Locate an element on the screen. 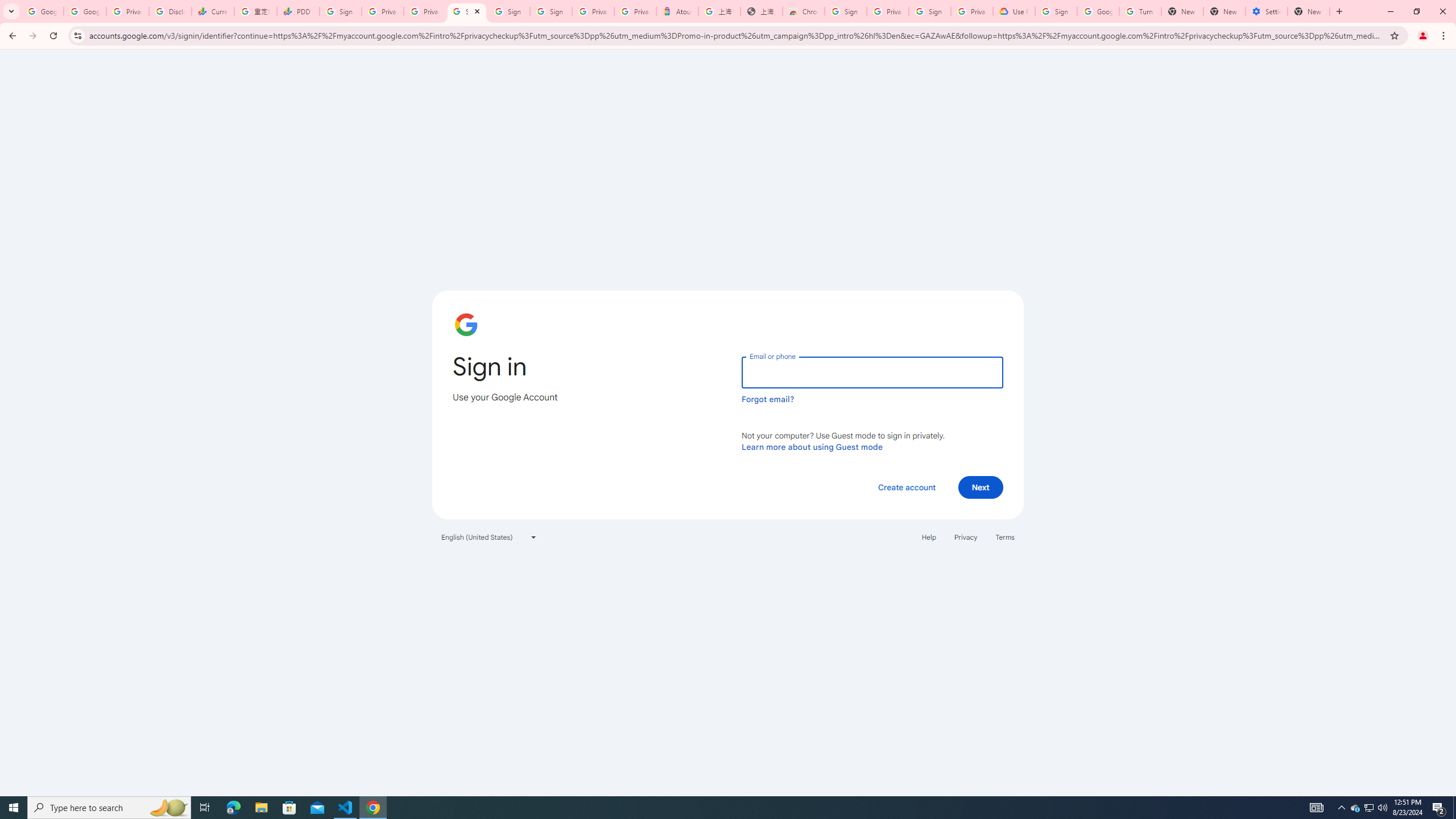 The height and width of the screenshot is (819, 1456). 'Google Account Help' is located at coordinates (1097, 11).